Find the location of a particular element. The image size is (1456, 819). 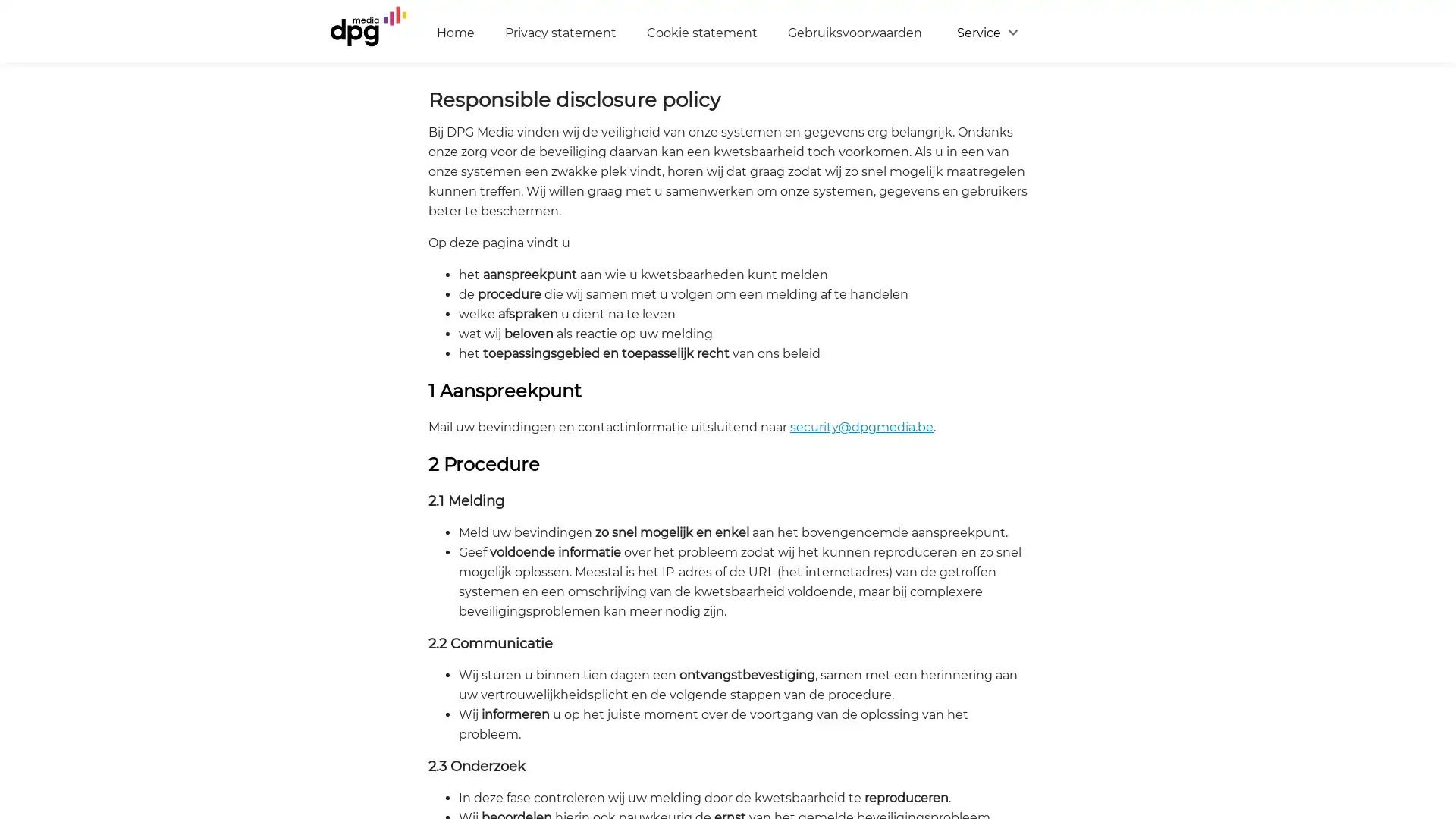

close icon is located at coordinates (1436, 632).